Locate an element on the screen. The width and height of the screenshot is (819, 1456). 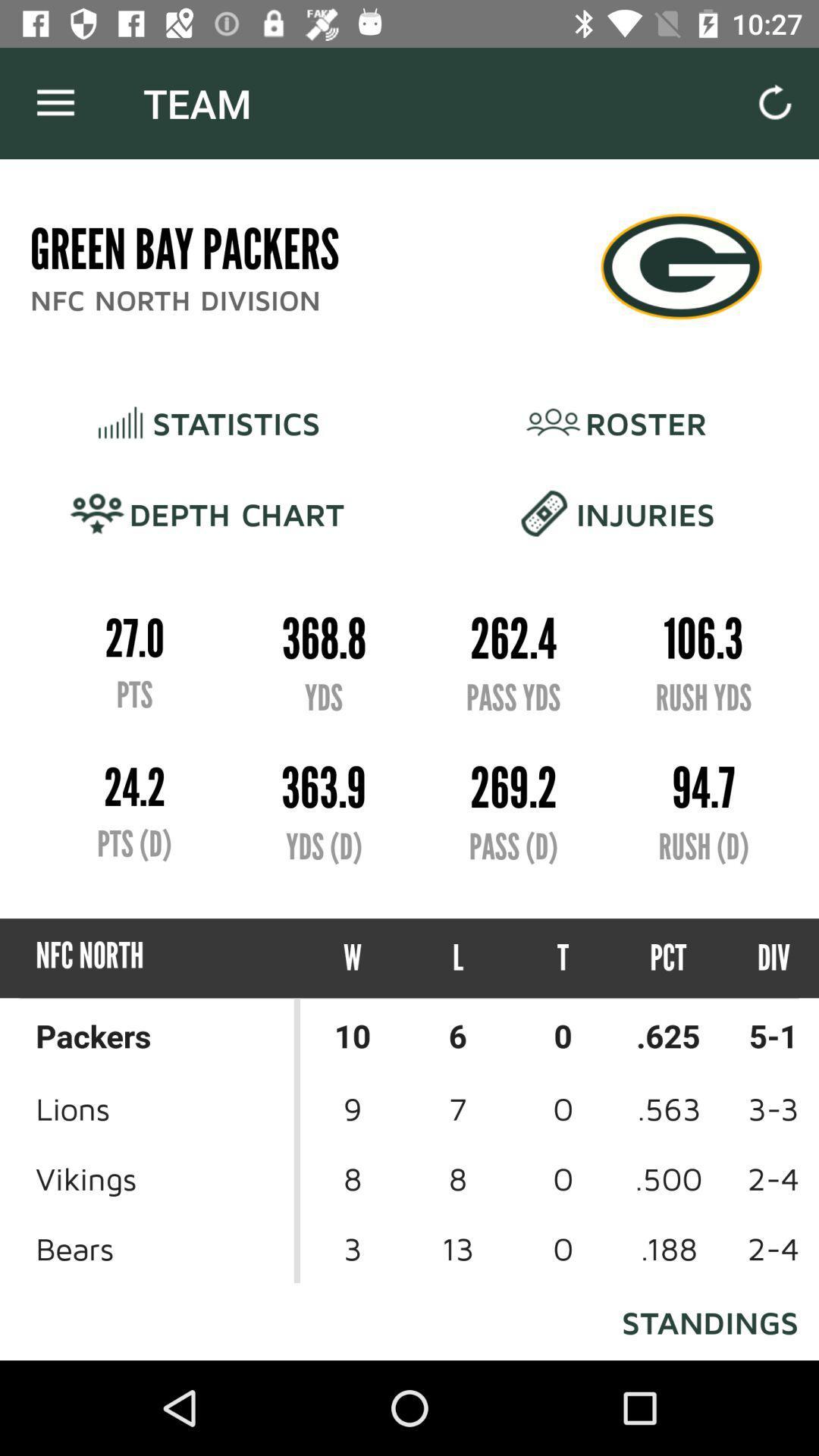
item below the rush (d) is located at coordinates (760, 957).